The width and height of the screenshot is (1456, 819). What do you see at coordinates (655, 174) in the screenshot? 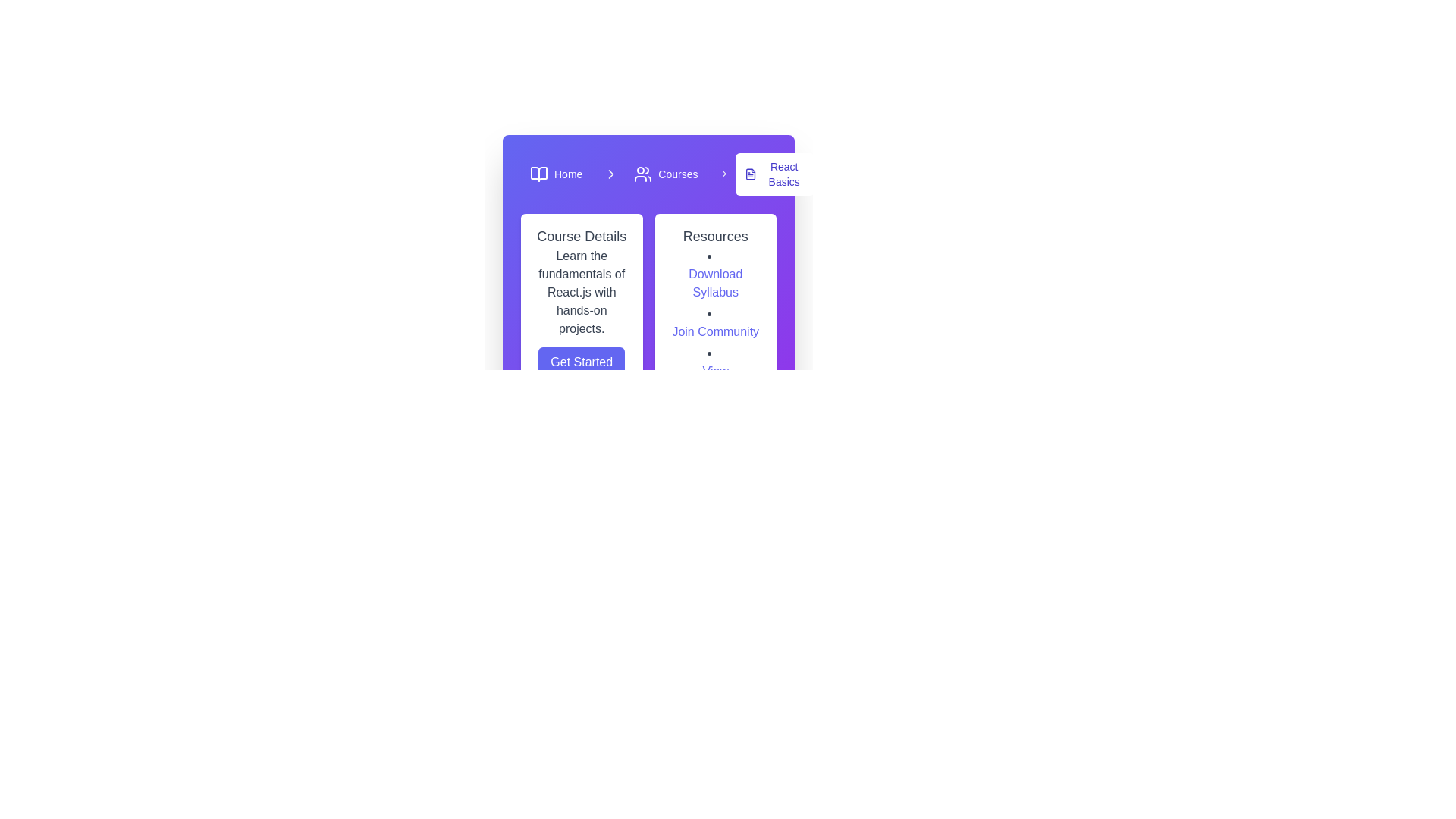
I see `the second breadcrumb item in the navigation bar` at bounding box center [655, 174].